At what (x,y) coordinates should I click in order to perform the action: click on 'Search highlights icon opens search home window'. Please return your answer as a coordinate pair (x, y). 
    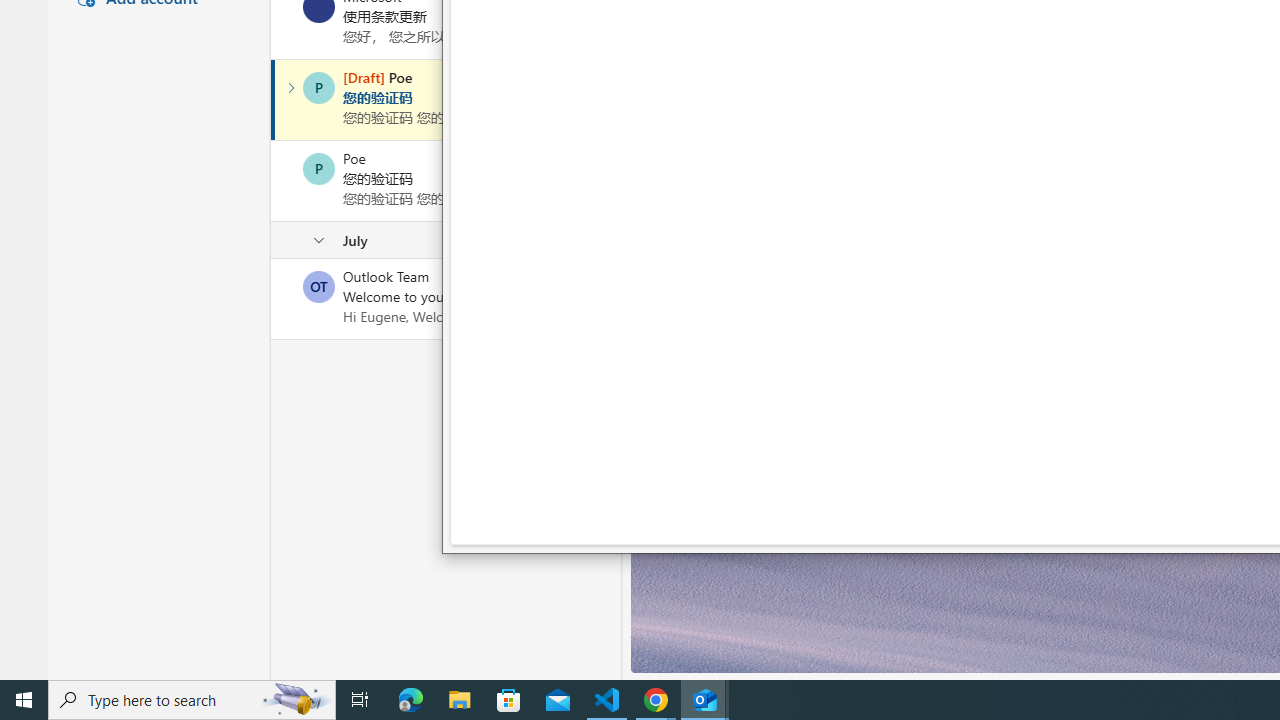
    Looking at the image, I should click on (294, 698).